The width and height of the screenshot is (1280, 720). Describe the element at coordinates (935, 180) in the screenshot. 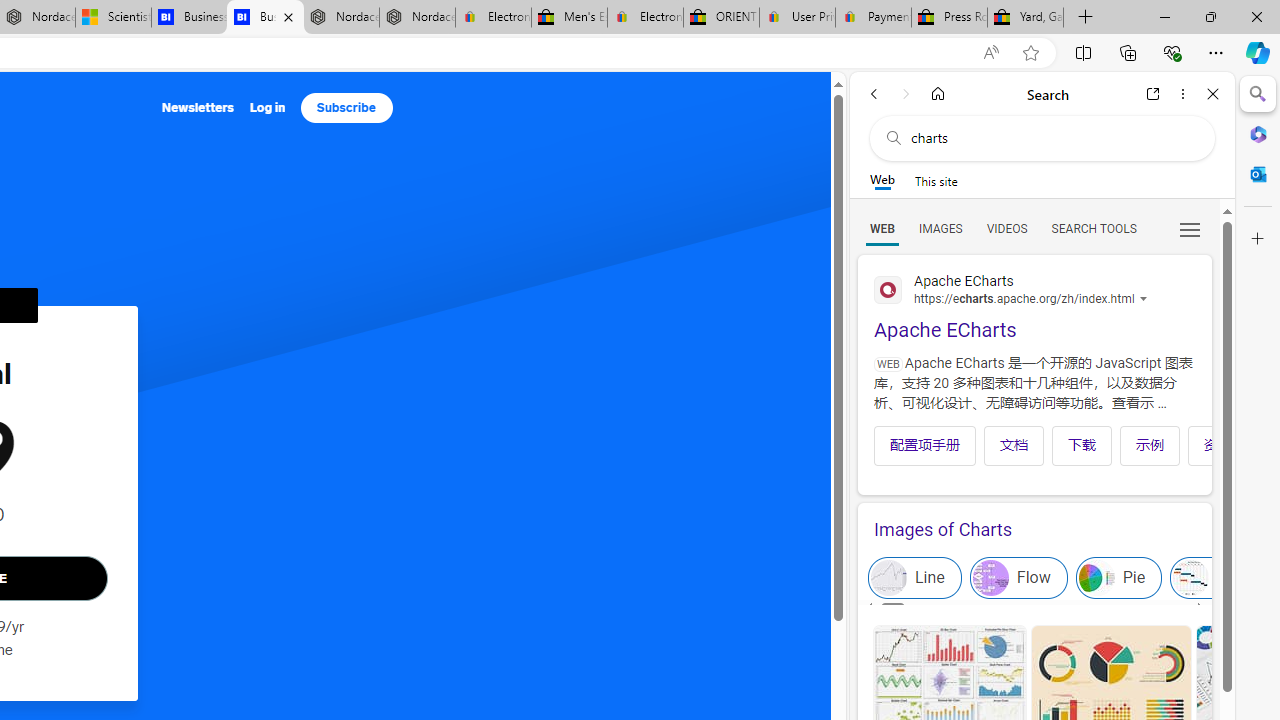

I see `'This site scope'` at that location.